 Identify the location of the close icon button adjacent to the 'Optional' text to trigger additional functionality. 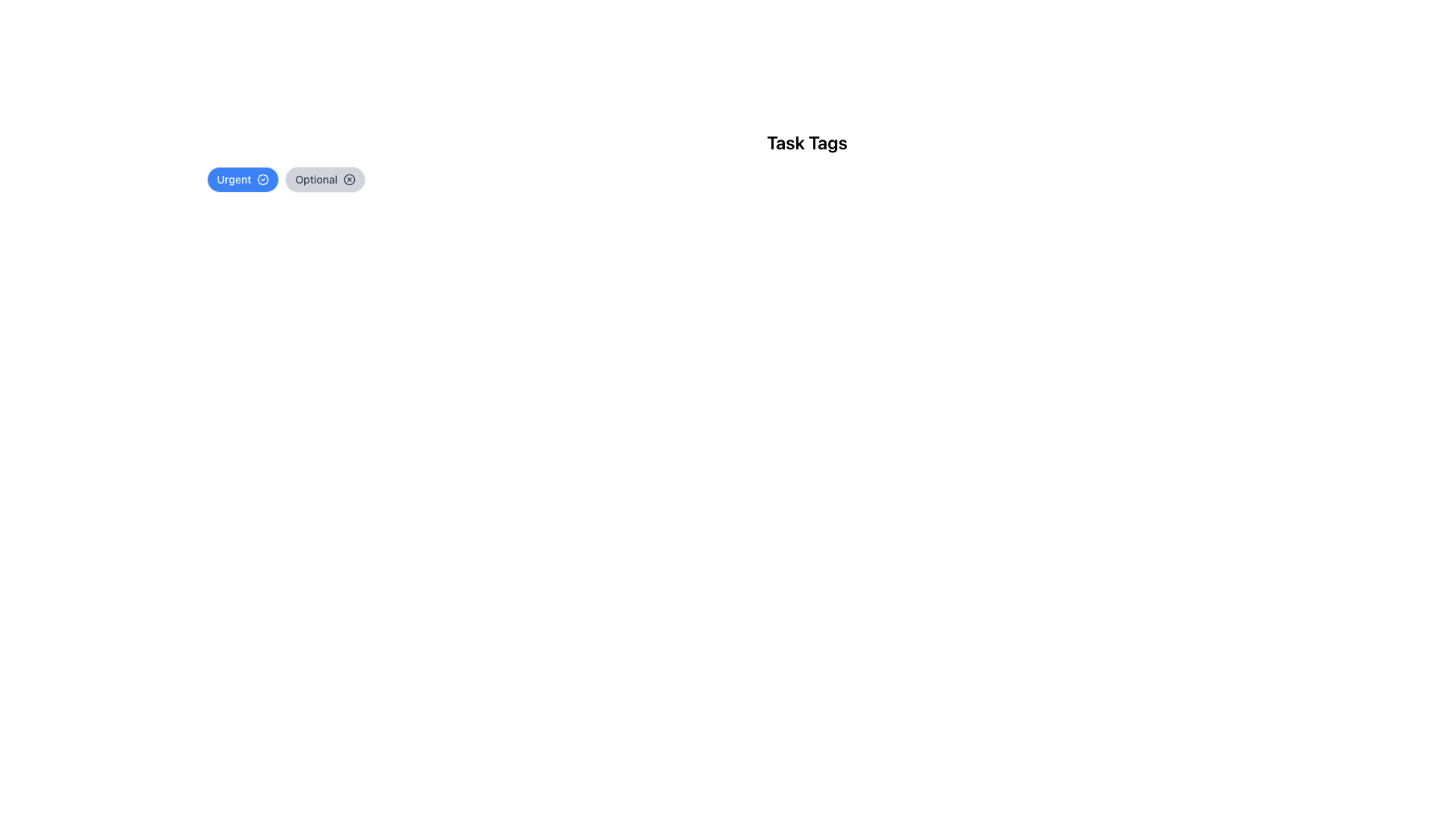
(348, 178).